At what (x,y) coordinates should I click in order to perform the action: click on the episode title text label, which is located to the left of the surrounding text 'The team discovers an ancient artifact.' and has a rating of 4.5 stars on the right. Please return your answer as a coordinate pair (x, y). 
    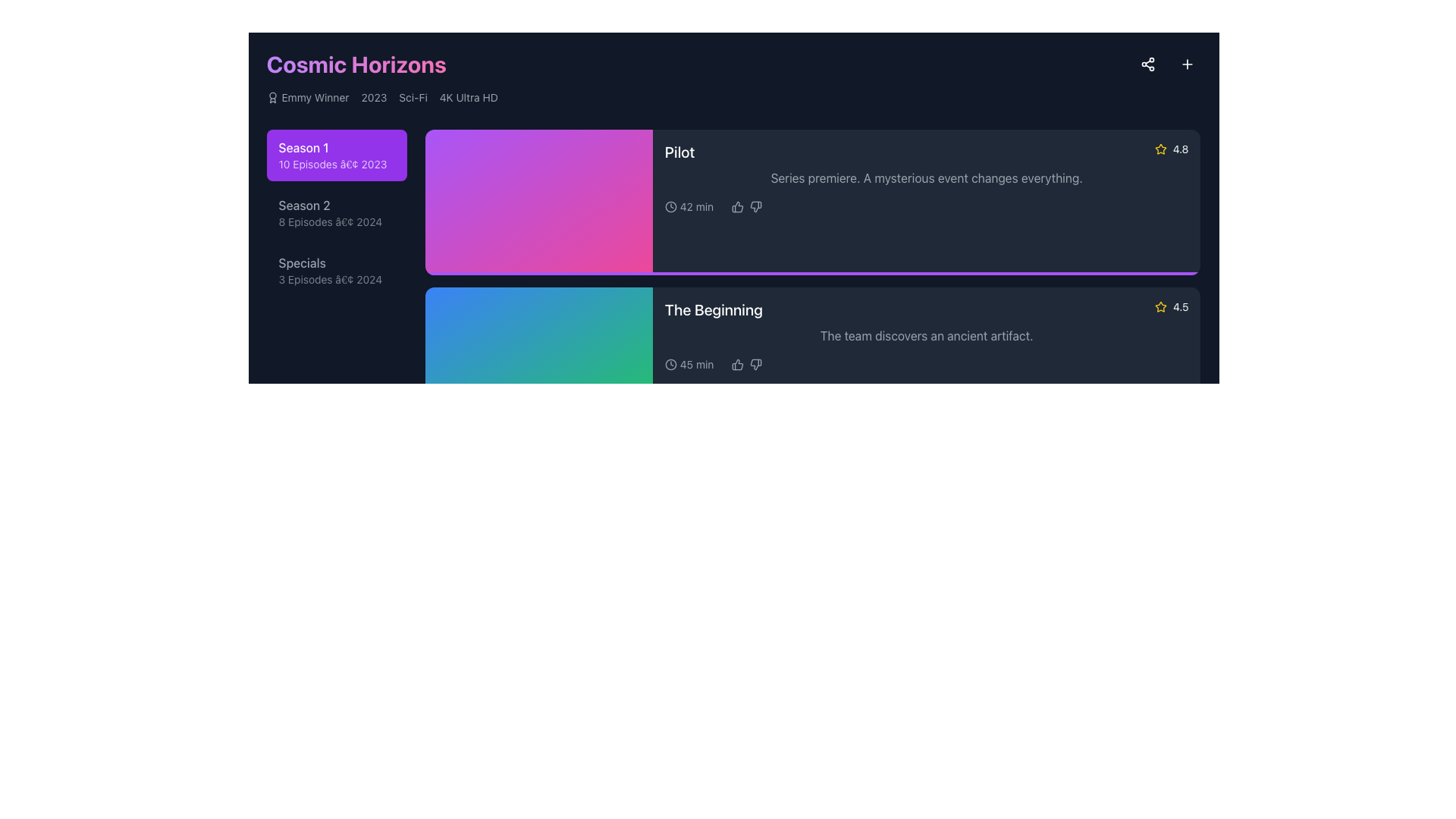
    Looking at the image, I should click on (713, 309).